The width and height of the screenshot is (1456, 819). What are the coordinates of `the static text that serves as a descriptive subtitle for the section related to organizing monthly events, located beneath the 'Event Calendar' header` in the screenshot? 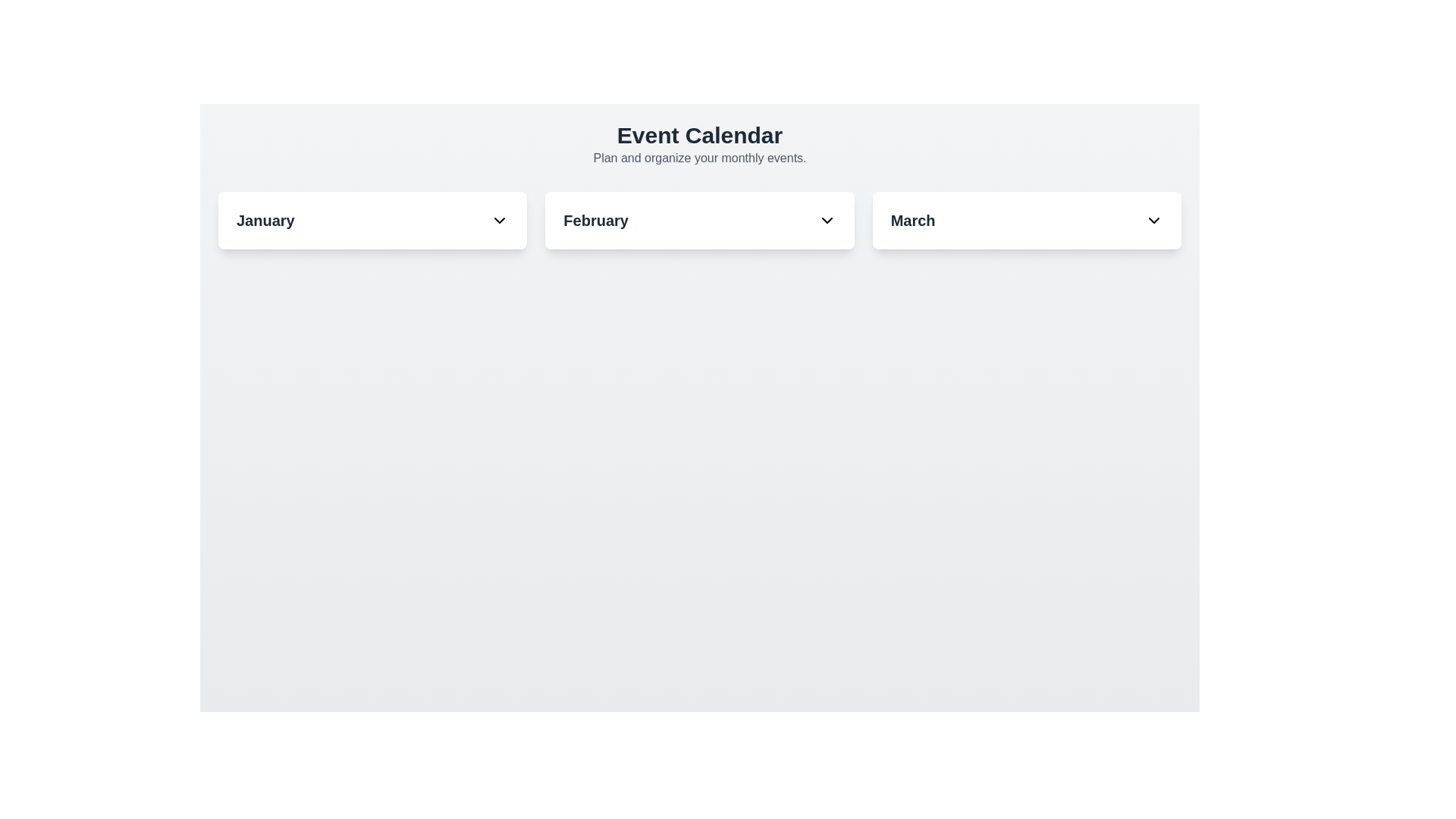 It's located at (698, 158).